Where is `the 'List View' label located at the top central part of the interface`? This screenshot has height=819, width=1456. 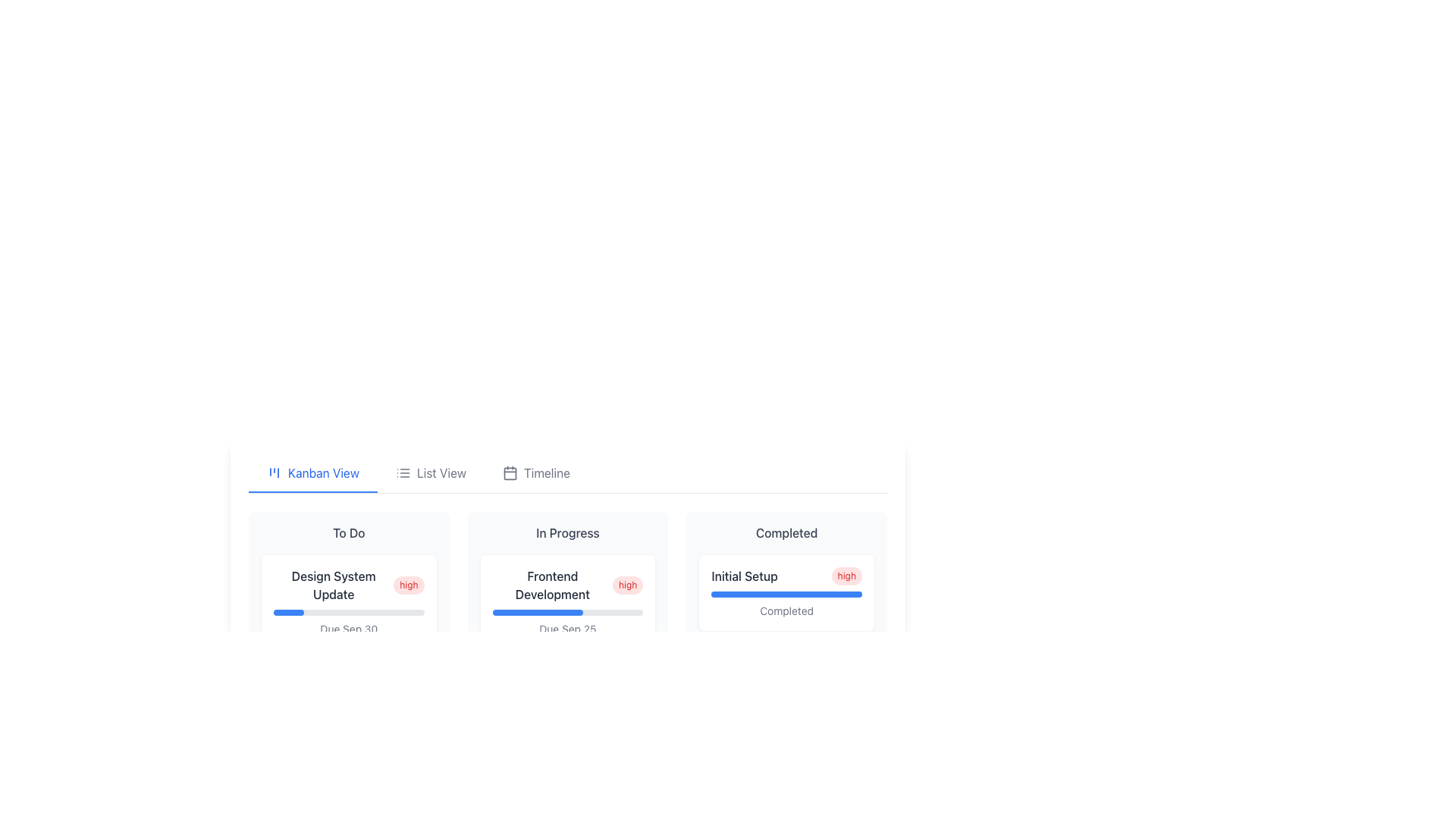
the 'List View' label located at the top central part of the interface is located at coordinates (441, 472).